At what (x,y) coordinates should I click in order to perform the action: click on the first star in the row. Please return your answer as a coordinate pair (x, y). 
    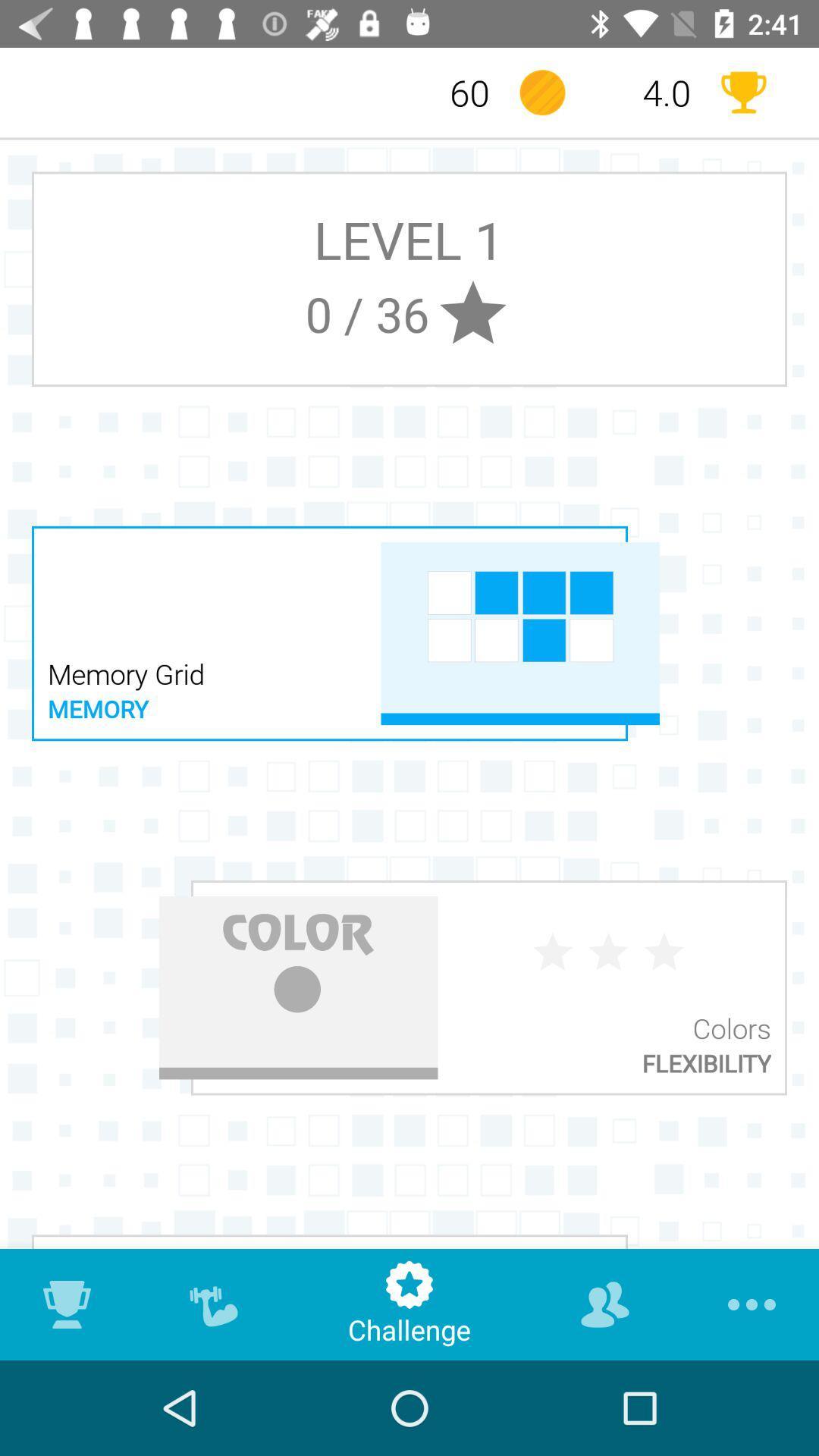
    Looking at the image, I should click on (553, 952).